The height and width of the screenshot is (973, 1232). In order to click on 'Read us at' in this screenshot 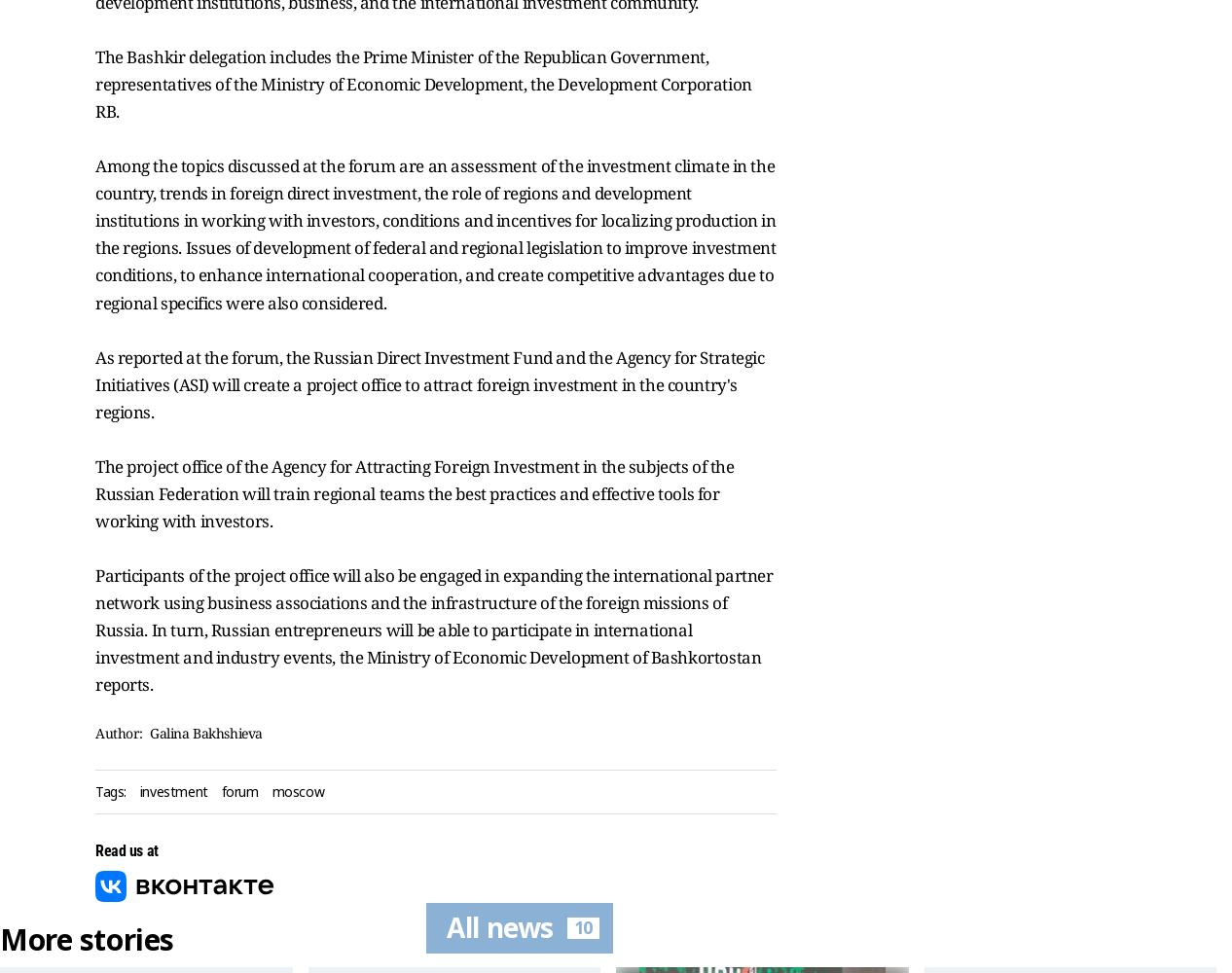, I will do `click(93, 849)`.